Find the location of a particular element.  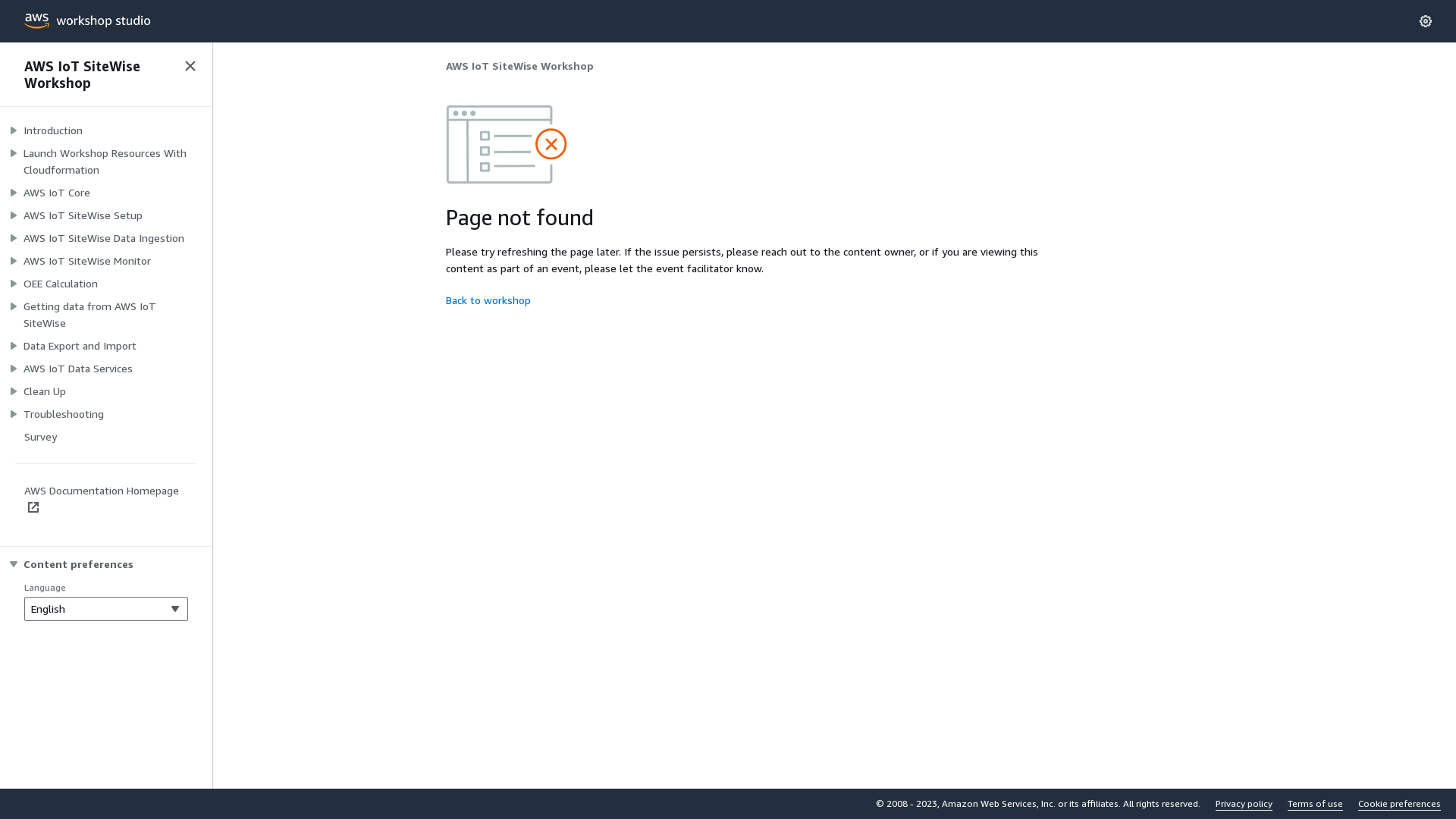

'AWS IoT Data Services' is located at coordinates (77, 369).